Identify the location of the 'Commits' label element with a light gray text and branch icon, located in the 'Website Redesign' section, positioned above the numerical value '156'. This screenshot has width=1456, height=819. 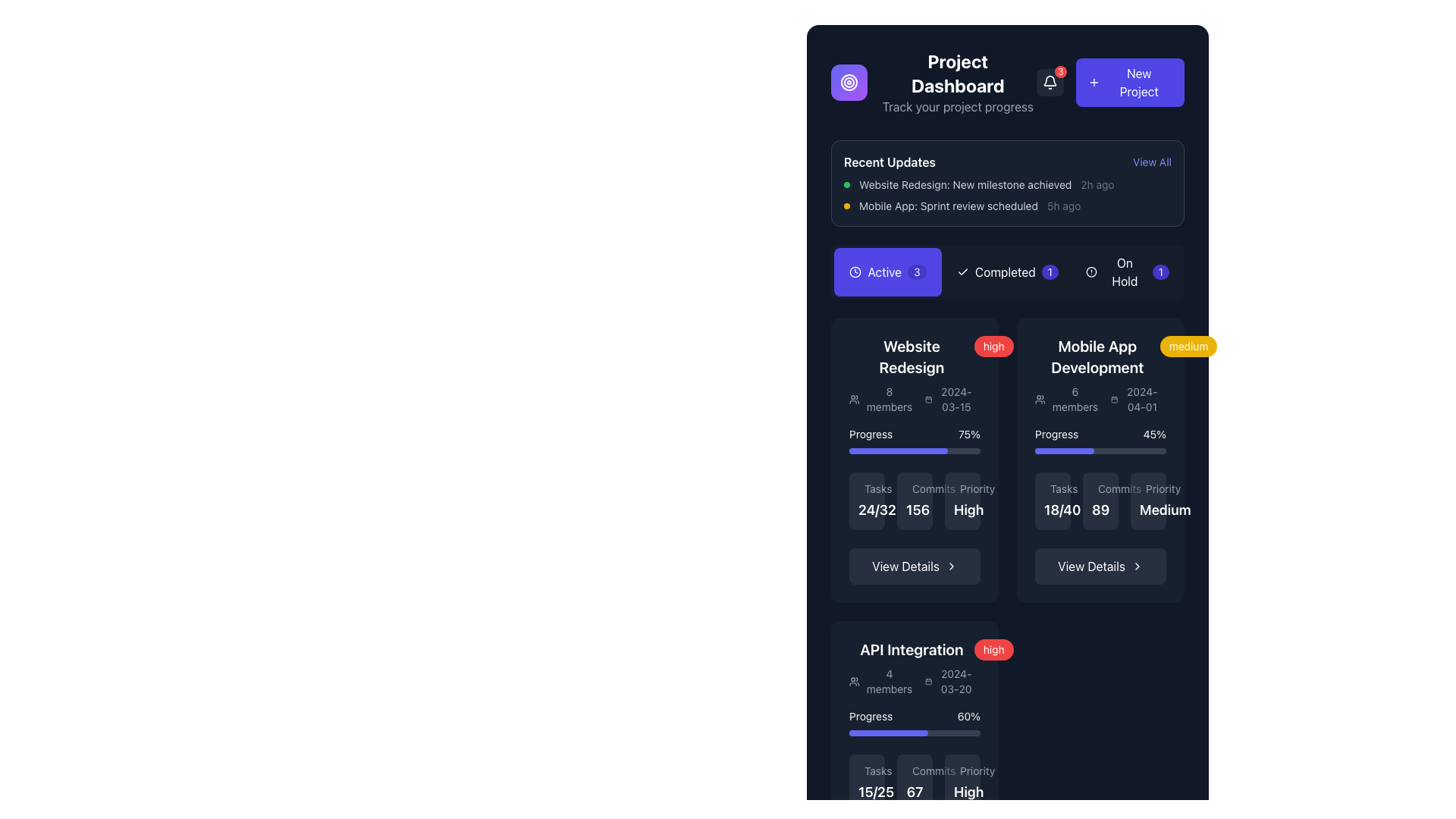
(914, 488).